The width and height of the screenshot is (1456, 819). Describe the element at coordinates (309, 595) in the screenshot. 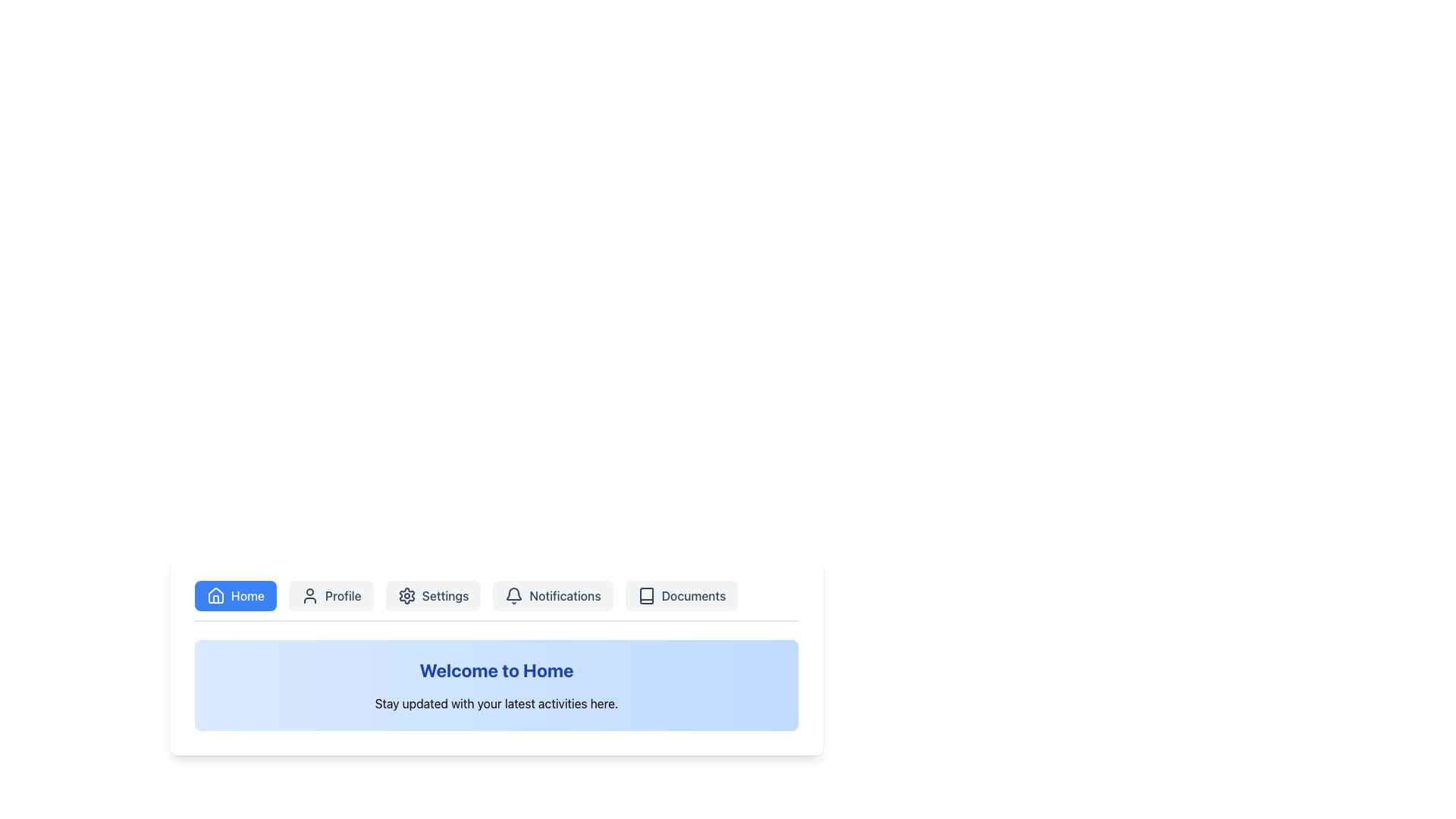

I see `the user profile icon located in the navigation bar` at that location.